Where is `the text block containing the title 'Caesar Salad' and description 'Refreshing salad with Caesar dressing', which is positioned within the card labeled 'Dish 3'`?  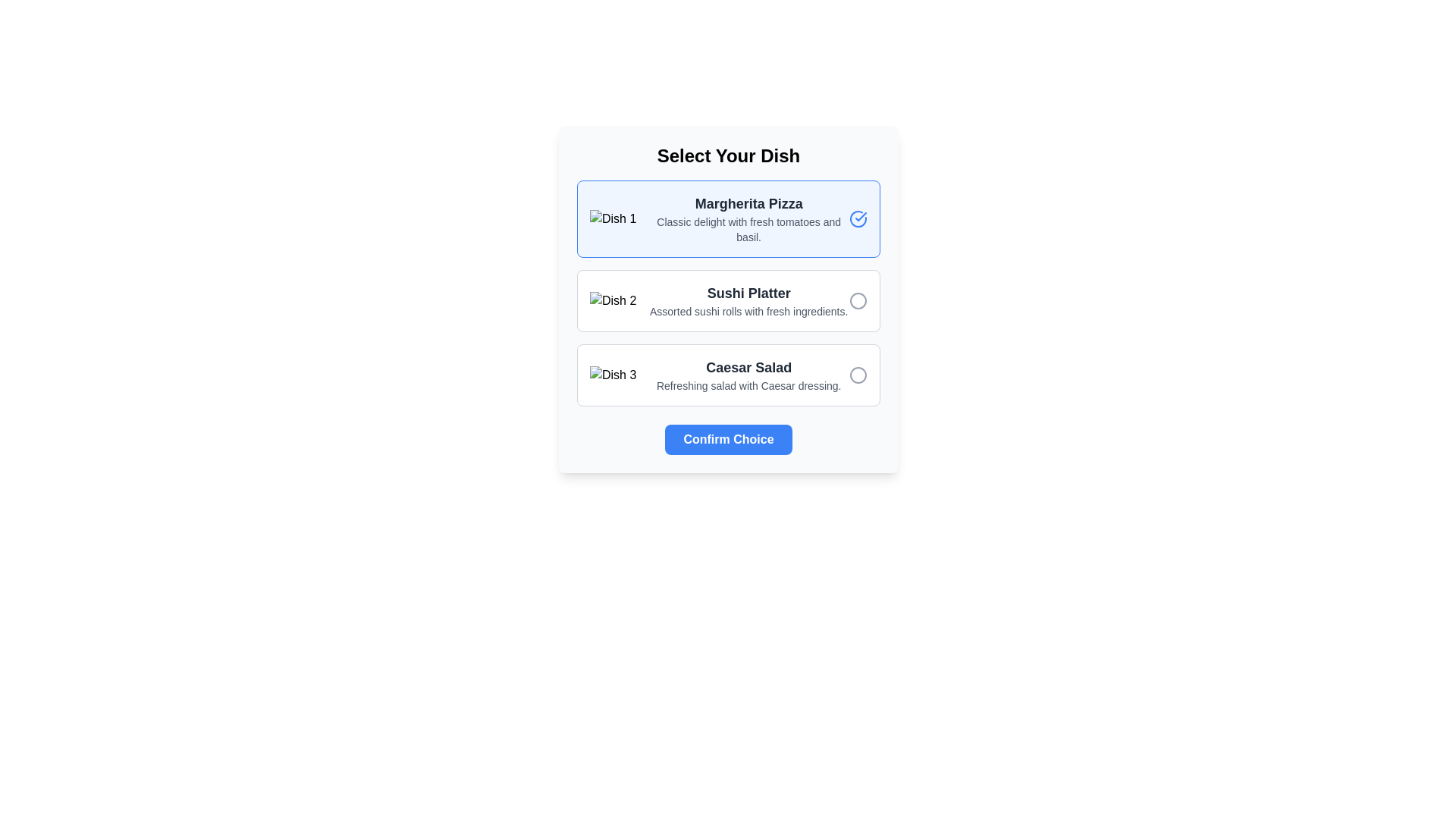 the text block containing the title 'Caesar Salad' and description 'Refreshing salad with Caesar dressing', which is positioned within the card labeled 'Dish 3' is located at coordinates (748, 375).